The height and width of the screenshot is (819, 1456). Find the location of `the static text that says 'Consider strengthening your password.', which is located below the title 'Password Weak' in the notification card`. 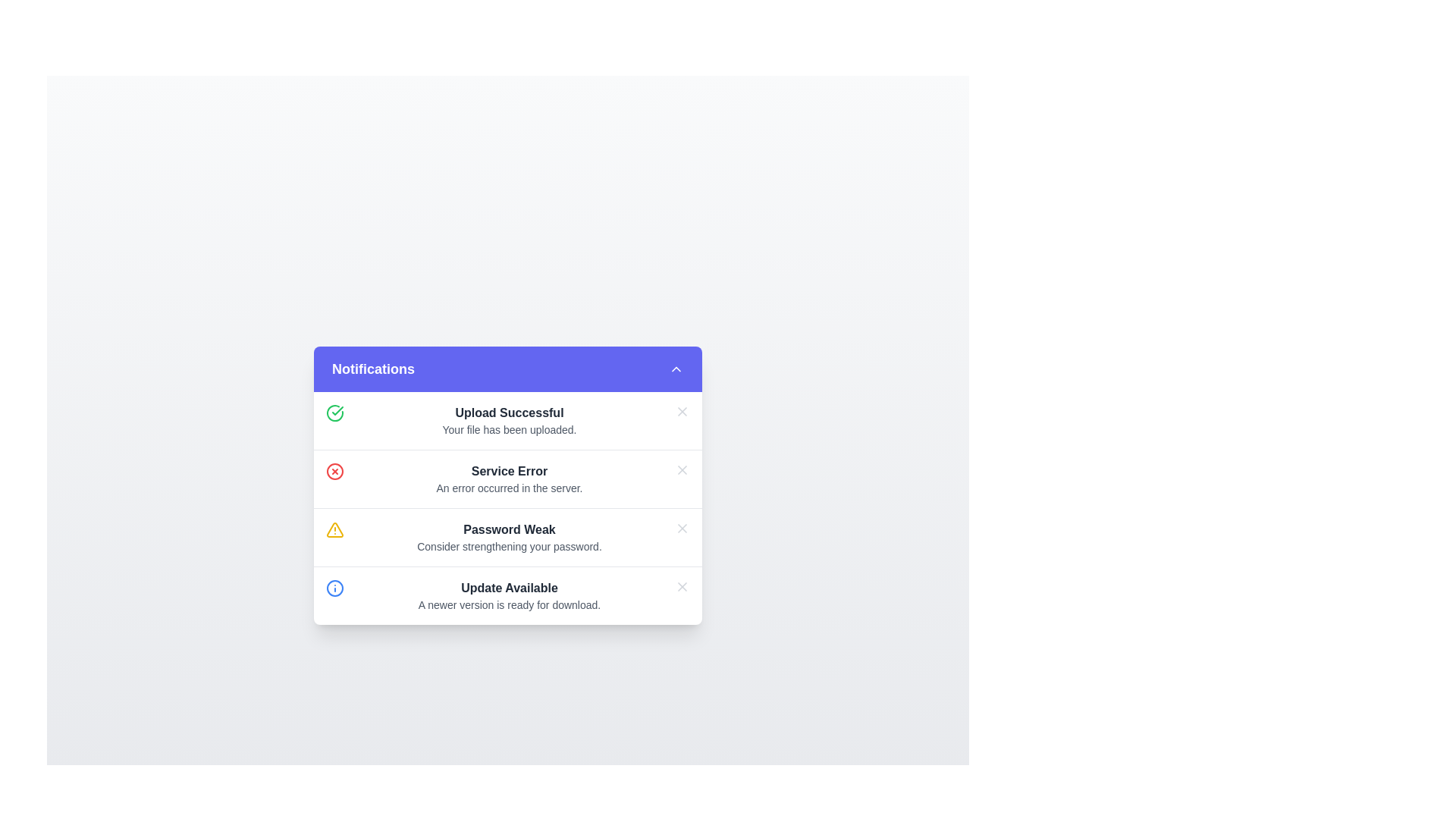

the static text that says 'Consider strengthening your password.', which is located below the title 'Password Weak' in the notification card is located at coordinates (510, 546).